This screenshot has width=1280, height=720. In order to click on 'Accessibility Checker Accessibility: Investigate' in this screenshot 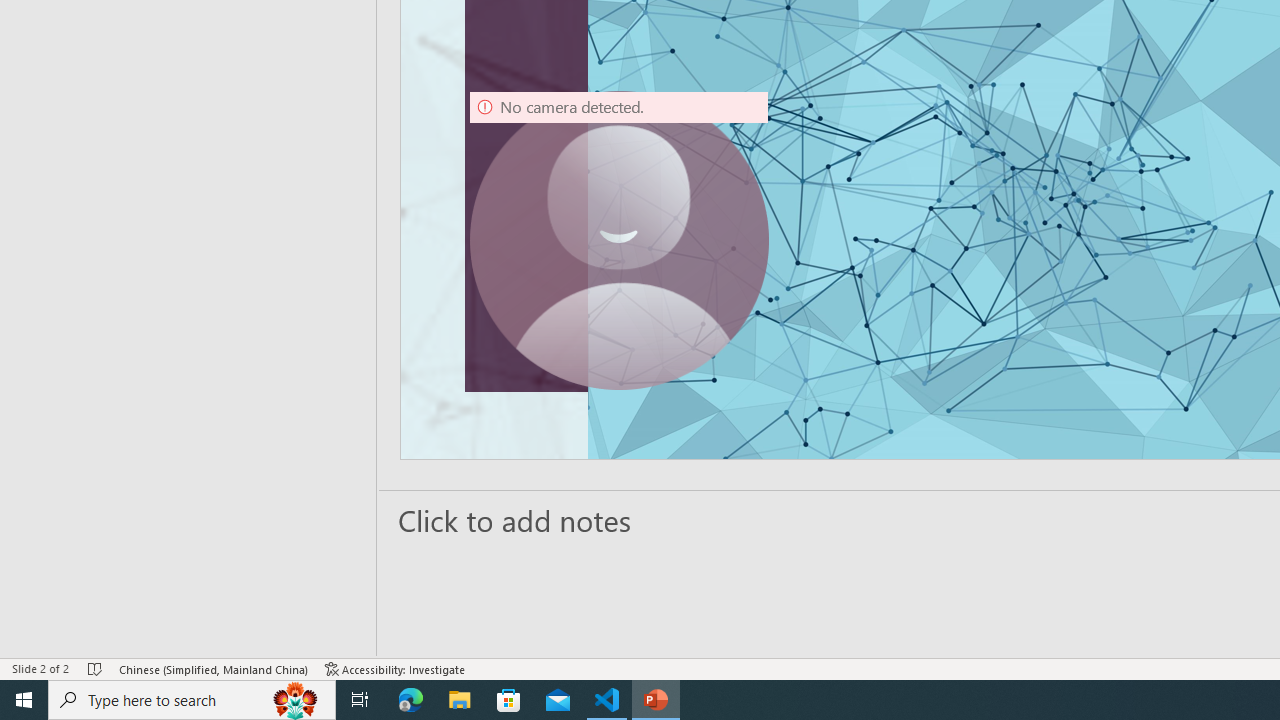, I will do `click(395, 669)`.